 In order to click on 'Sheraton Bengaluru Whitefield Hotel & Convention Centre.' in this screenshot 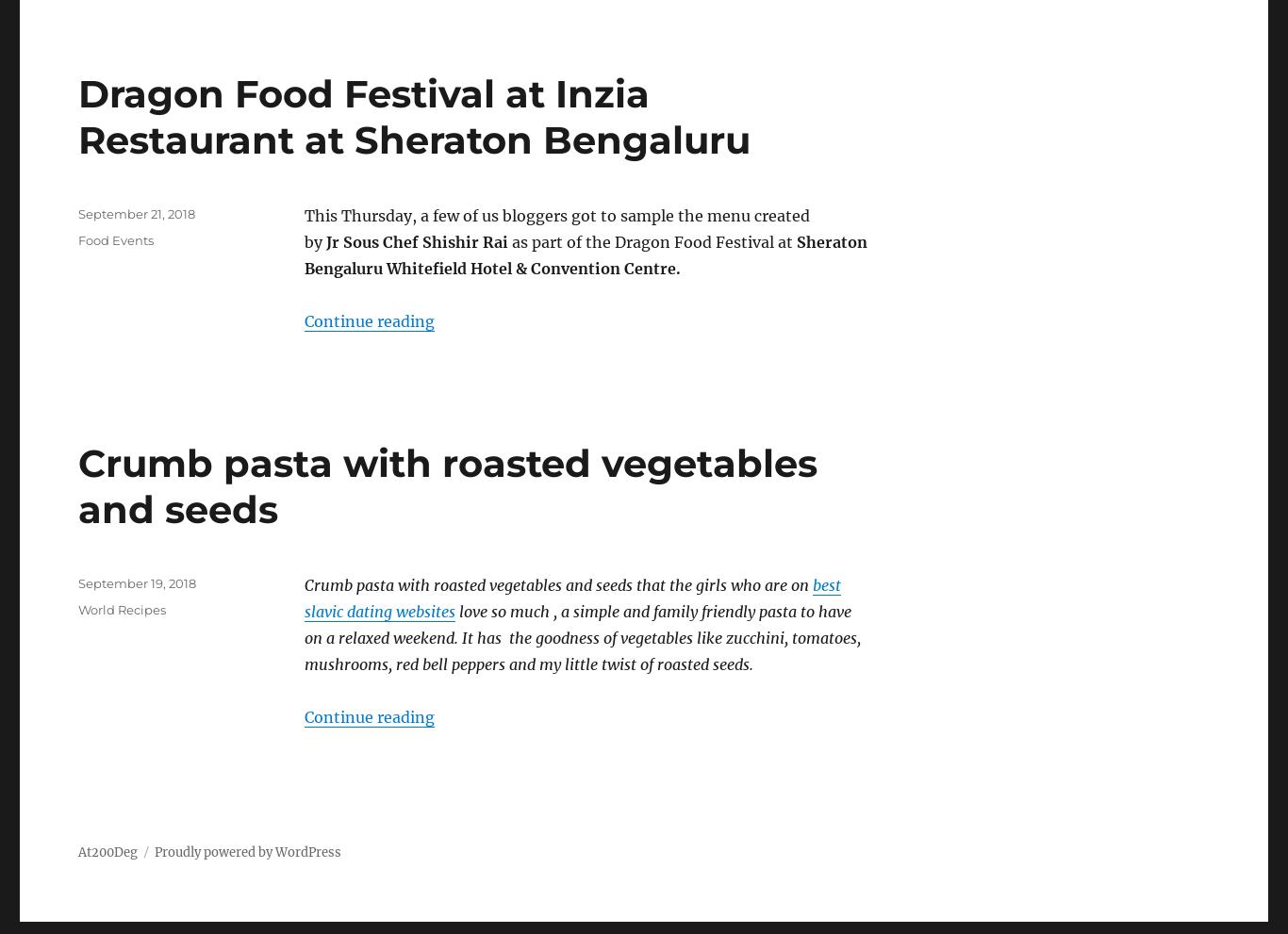, I will do `click(585, 254)`.